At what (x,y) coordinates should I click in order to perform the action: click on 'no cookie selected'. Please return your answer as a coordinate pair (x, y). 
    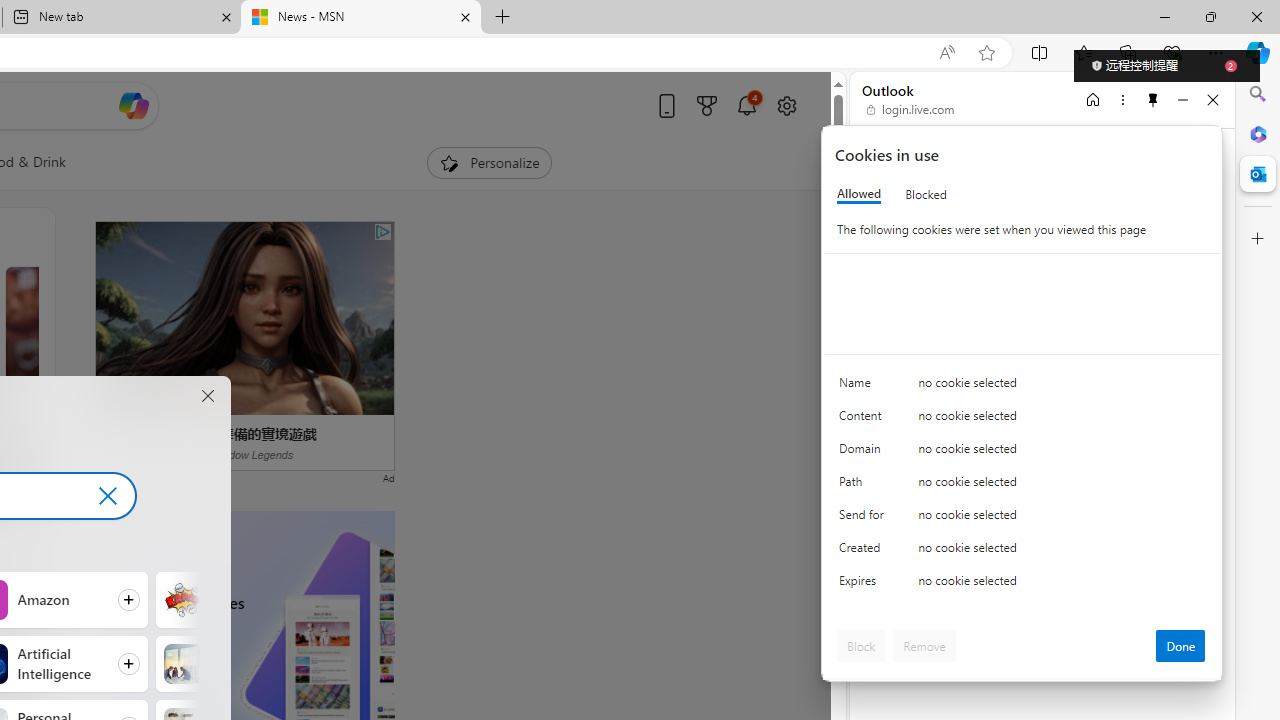
    Looking at the image, I should click on (1061, 585).